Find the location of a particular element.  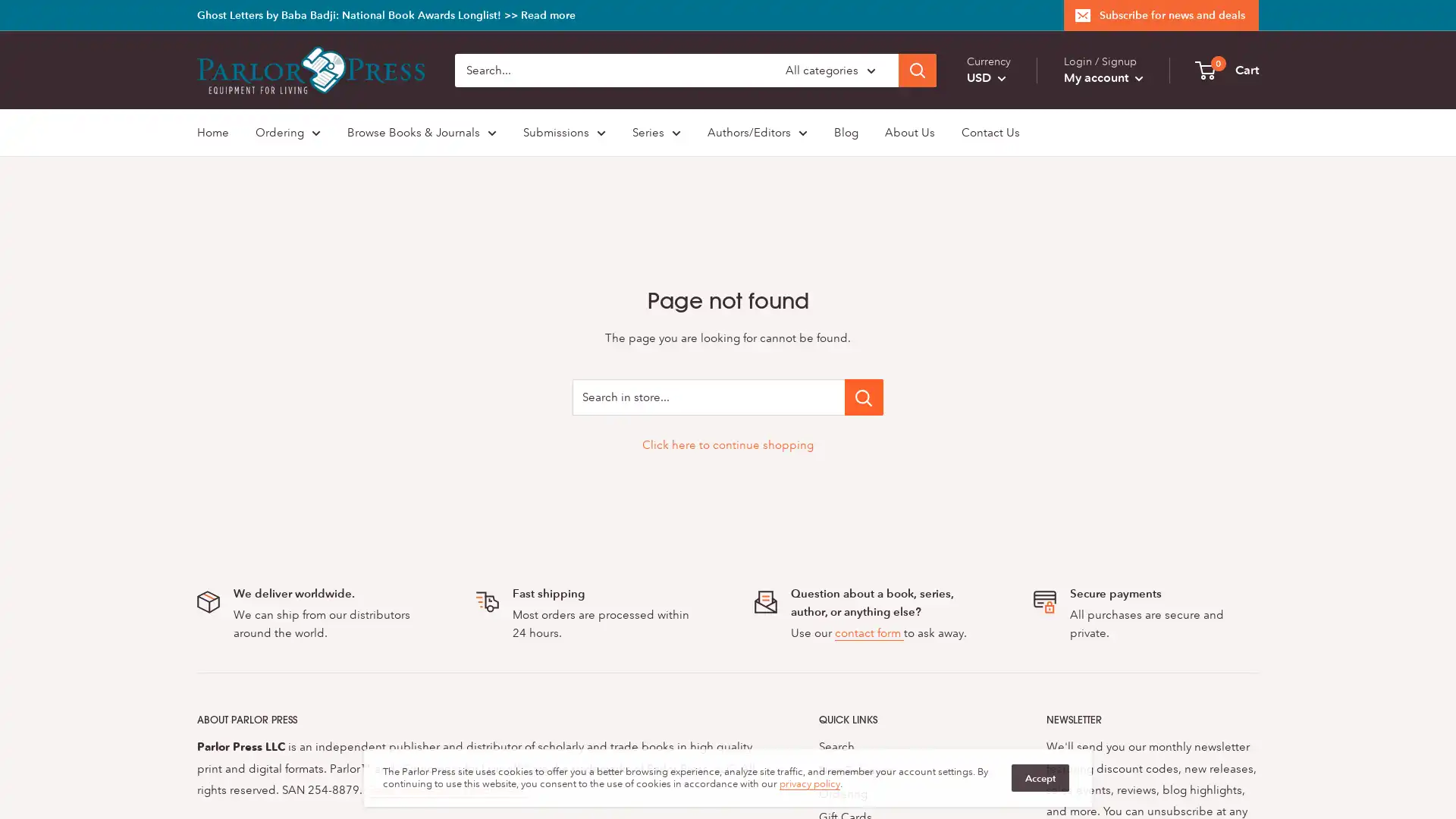

QUICK LINKS is located at coordinates (906, 718).